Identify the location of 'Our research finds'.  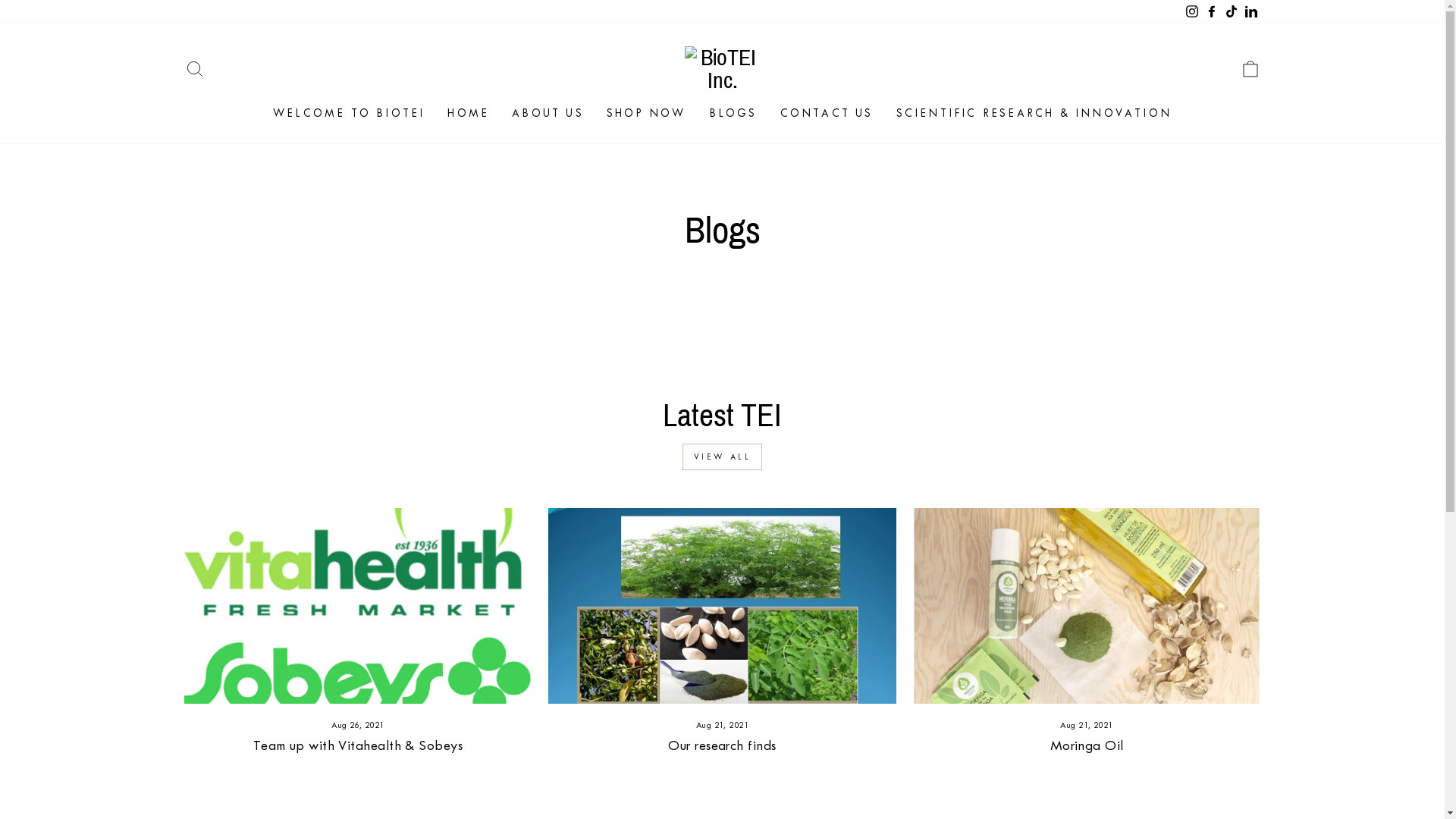
(720, 745).